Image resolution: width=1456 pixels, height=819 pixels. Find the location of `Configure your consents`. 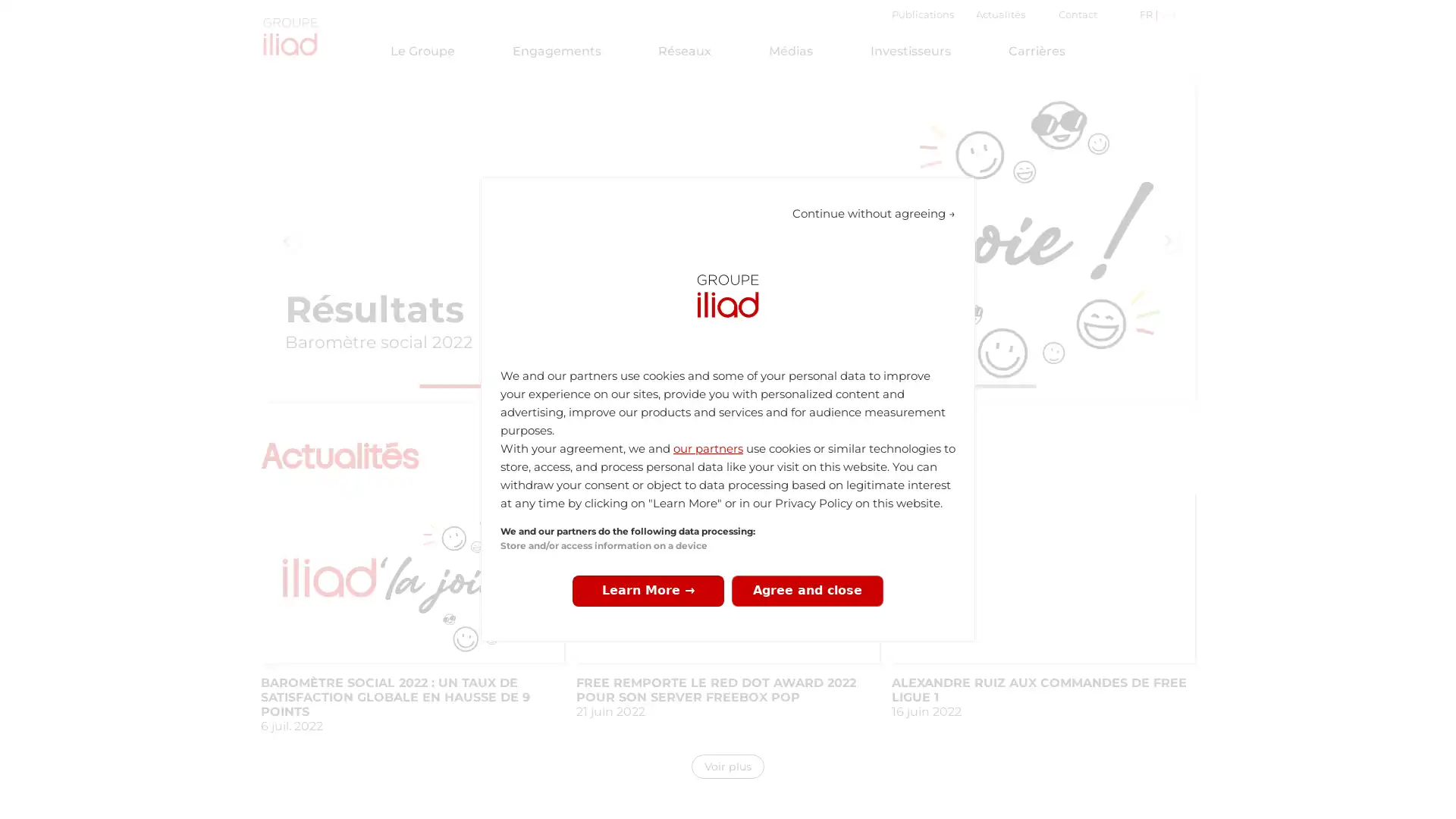

Configure your consents is located at coordinates (648, 590).